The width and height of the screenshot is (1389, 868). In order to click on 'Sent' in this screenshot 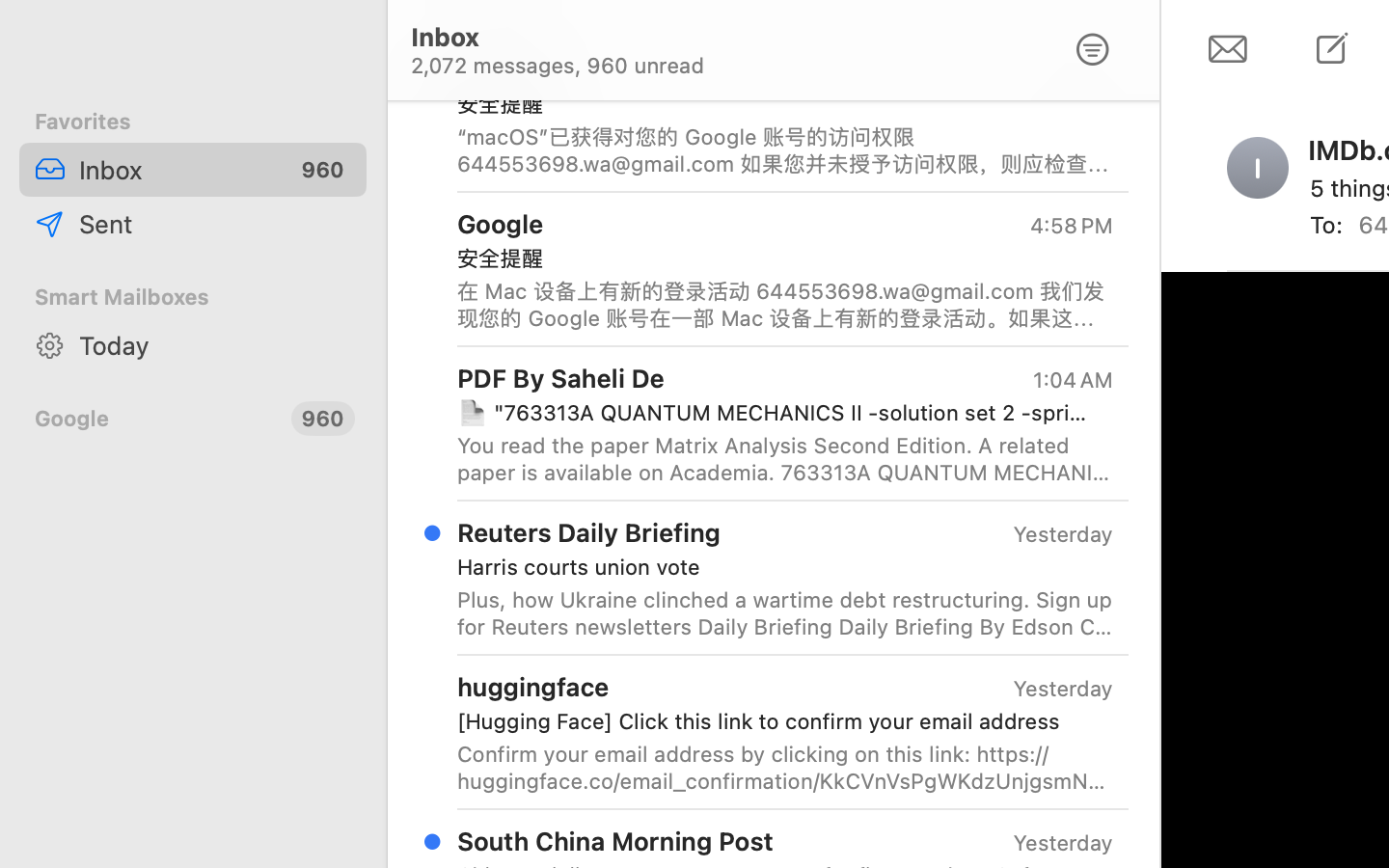, I will do `click(215, 223)`.